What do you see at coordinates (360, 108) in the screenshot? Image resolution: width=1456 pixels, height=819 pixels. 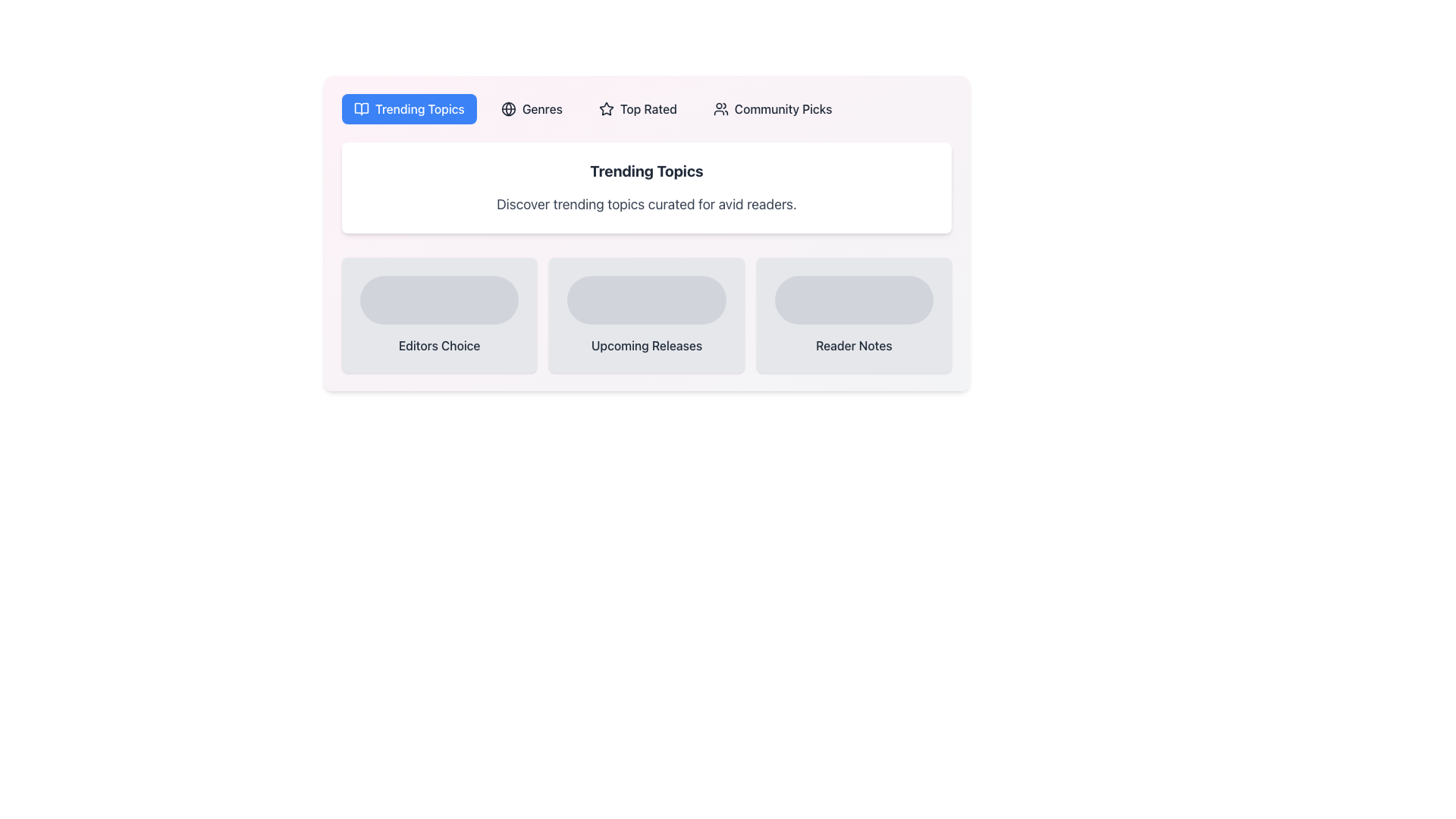 I see `the 'Trending Topics' icon located at the leftmost of the blue highlighted button in the top navigation bar` at bounding box center [360, 108].